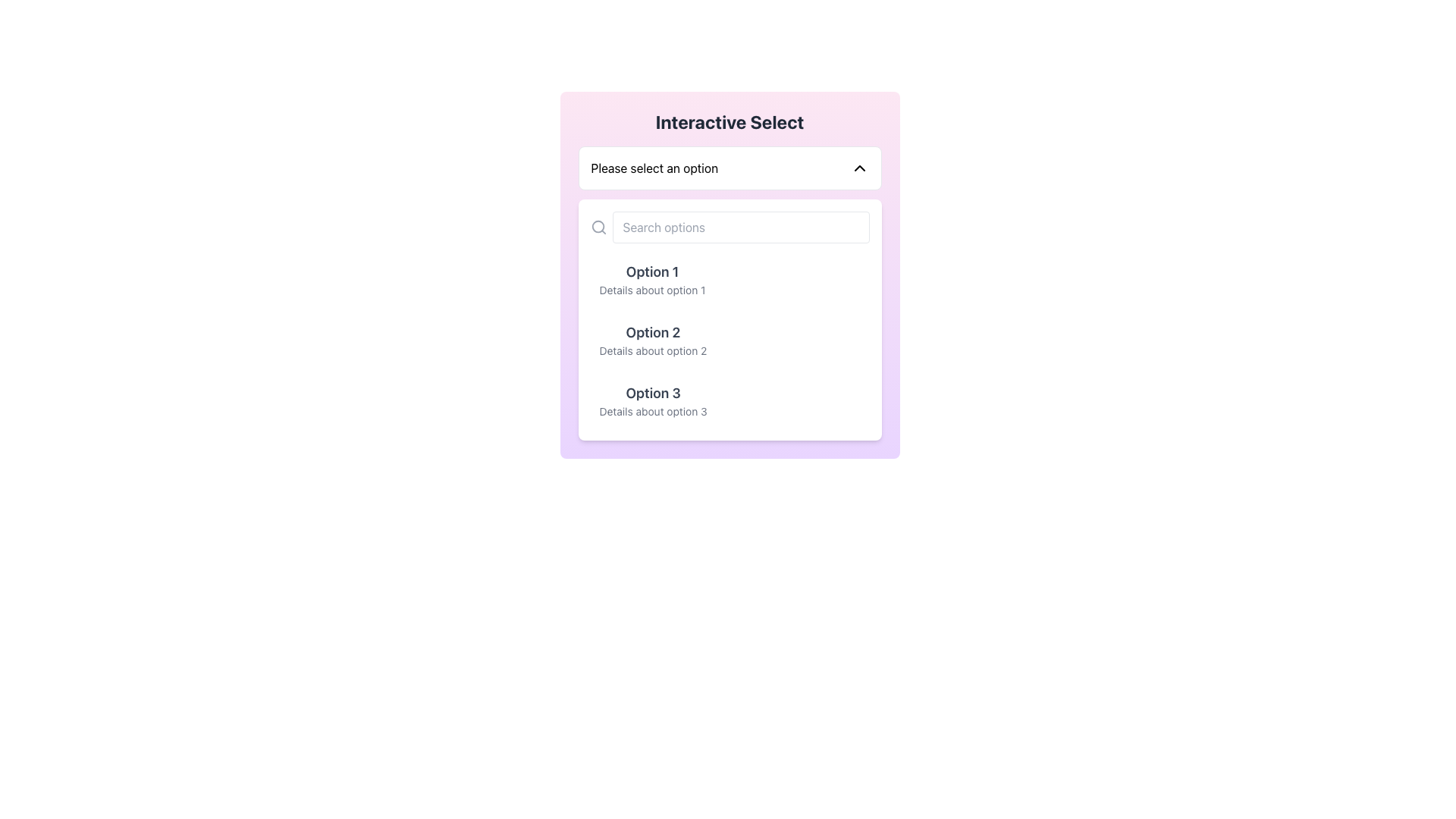  What do you see at coordinates (653, 339) in the screenshot?
I see `the List item labeled 'Option 2' within the dropdown, which contains the description 'Details about option 2'` at bounding box center [653, 339].